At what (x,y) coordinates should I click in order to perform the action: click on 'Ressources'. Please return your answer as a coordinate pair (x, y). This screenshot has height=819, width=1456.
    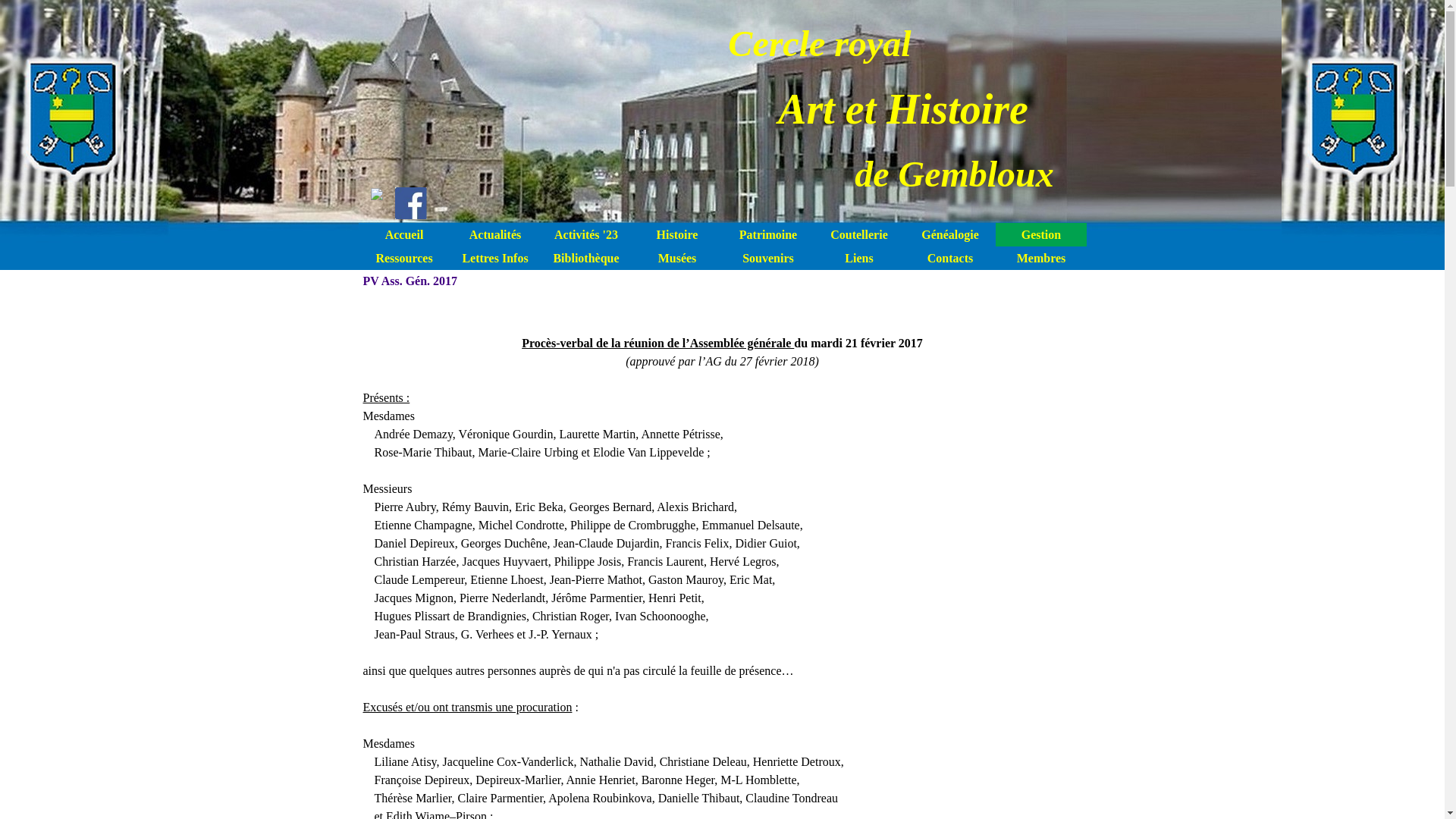
    Looking at the image, I should click on (403, 257).